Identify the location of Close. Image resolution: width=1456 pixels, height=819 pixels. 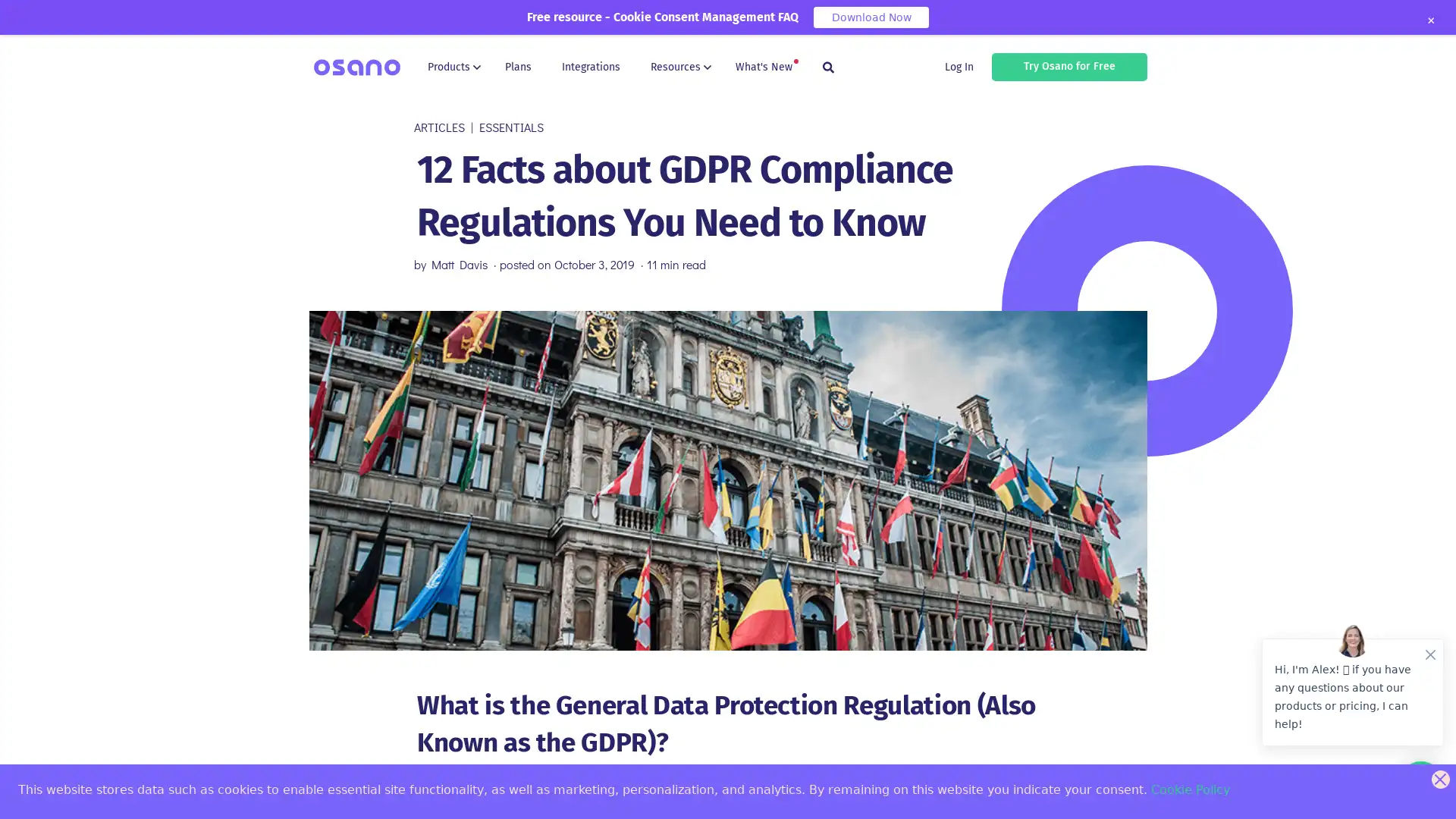
(1429, 20).